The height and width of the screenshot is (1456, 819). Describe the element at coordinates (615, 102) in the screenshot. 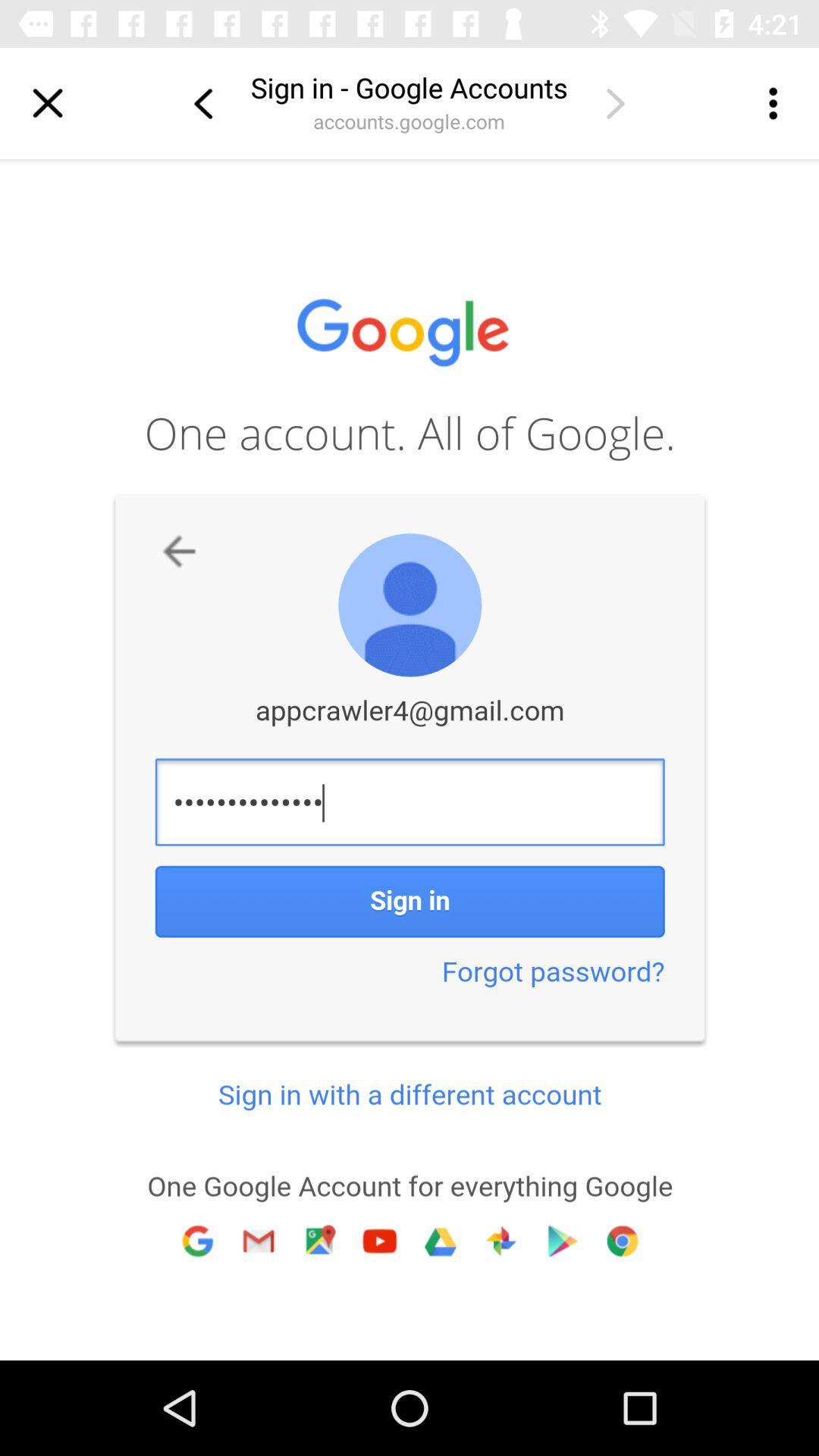

I see `check your account` at that location.